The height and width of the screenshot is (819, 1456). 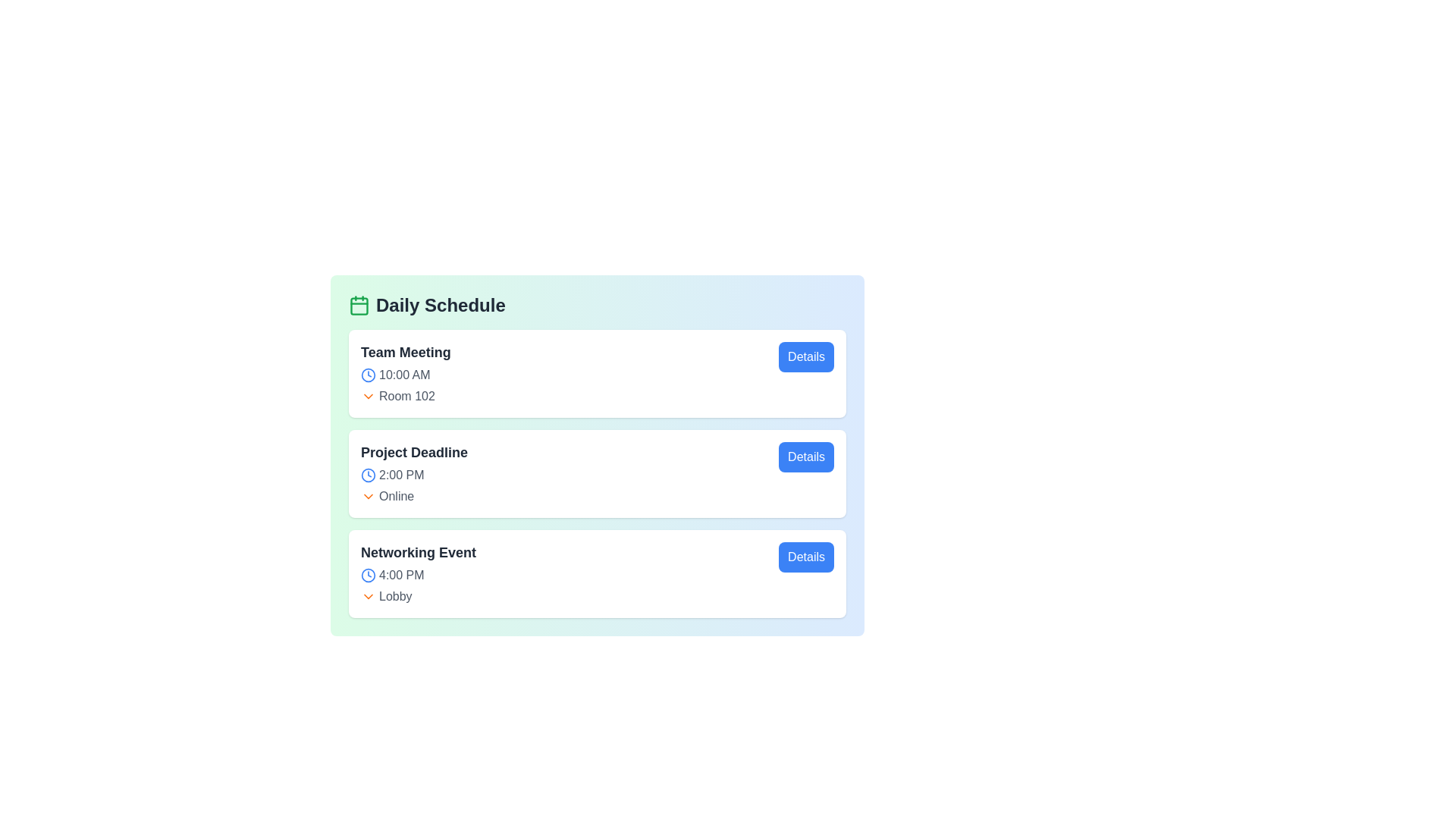 I want to click on the Text Label that displays the scheduled time for the 'Team Meeting' event in the 'Daily Schedule' interface, located to the right of the clock icon, so click(x=404, y=375).